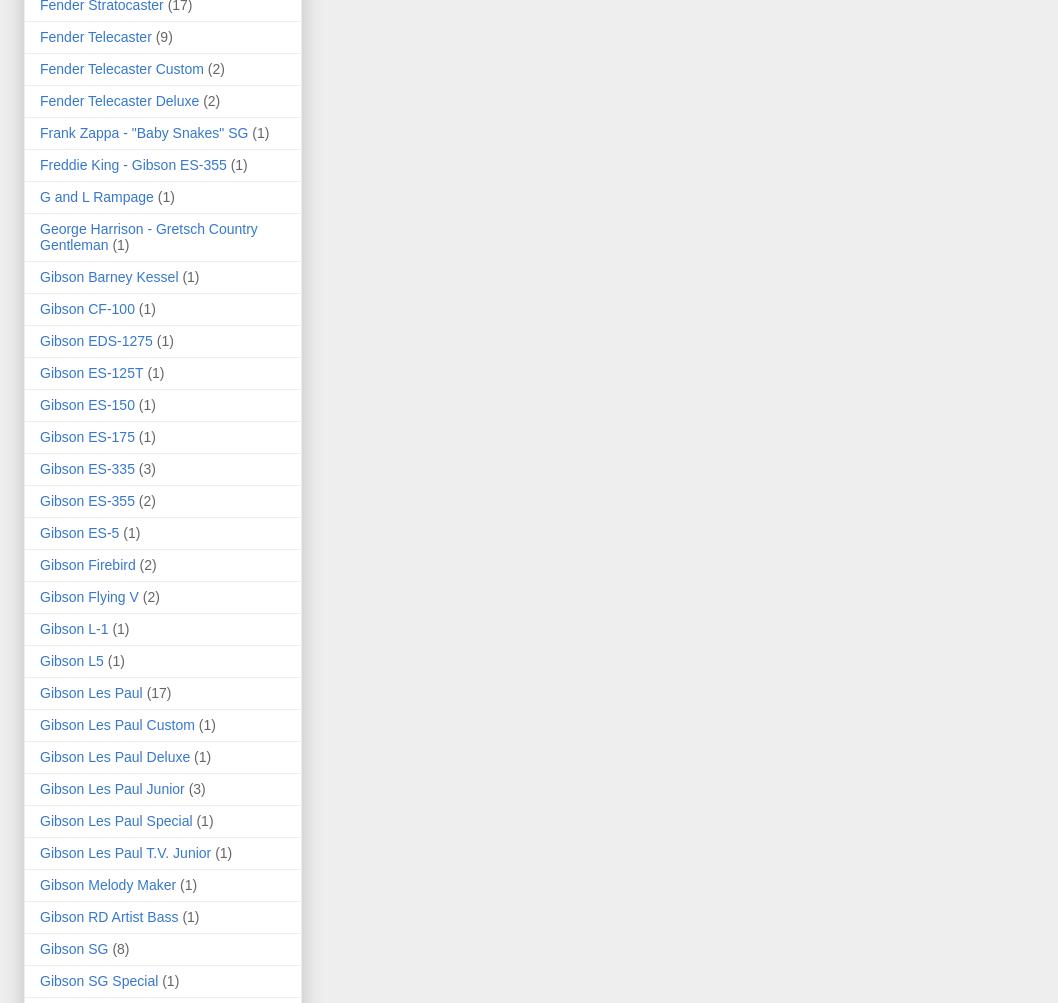  Describe the element at coordinates (73, 947) in the screenshot. I see `'Gibson SG'` at that location.